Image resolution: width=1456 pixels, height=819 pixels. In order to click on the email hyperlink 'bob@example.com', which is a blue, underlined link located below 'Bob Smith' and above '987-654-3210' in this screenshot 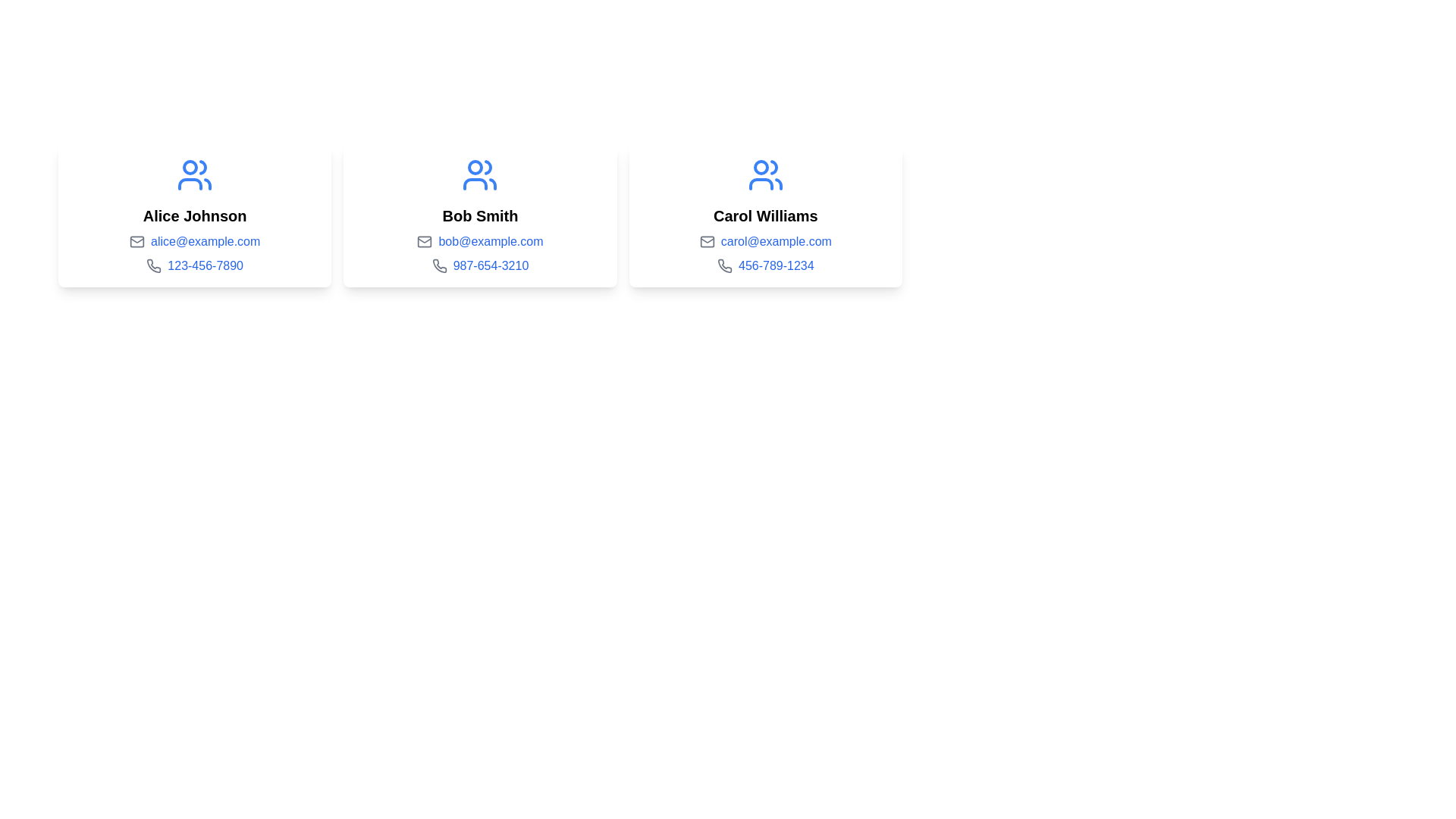, I will do `click(479, 241)`.